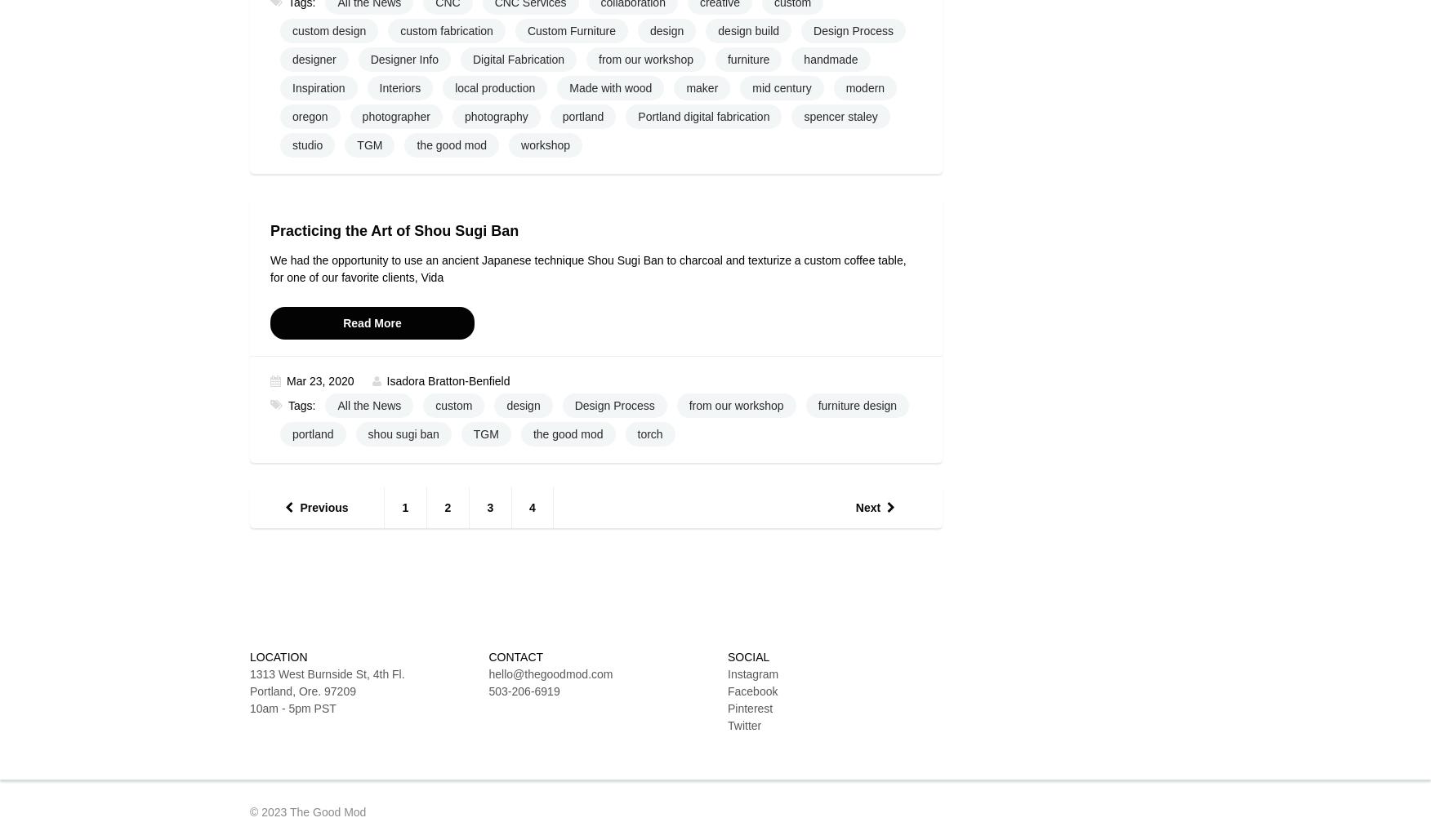 The height and width of the screenshot is (840, 1431). What do you see at coordinates (495, 87) in the screenshot?
I see `'local production'` at bounding box center [495, 87].